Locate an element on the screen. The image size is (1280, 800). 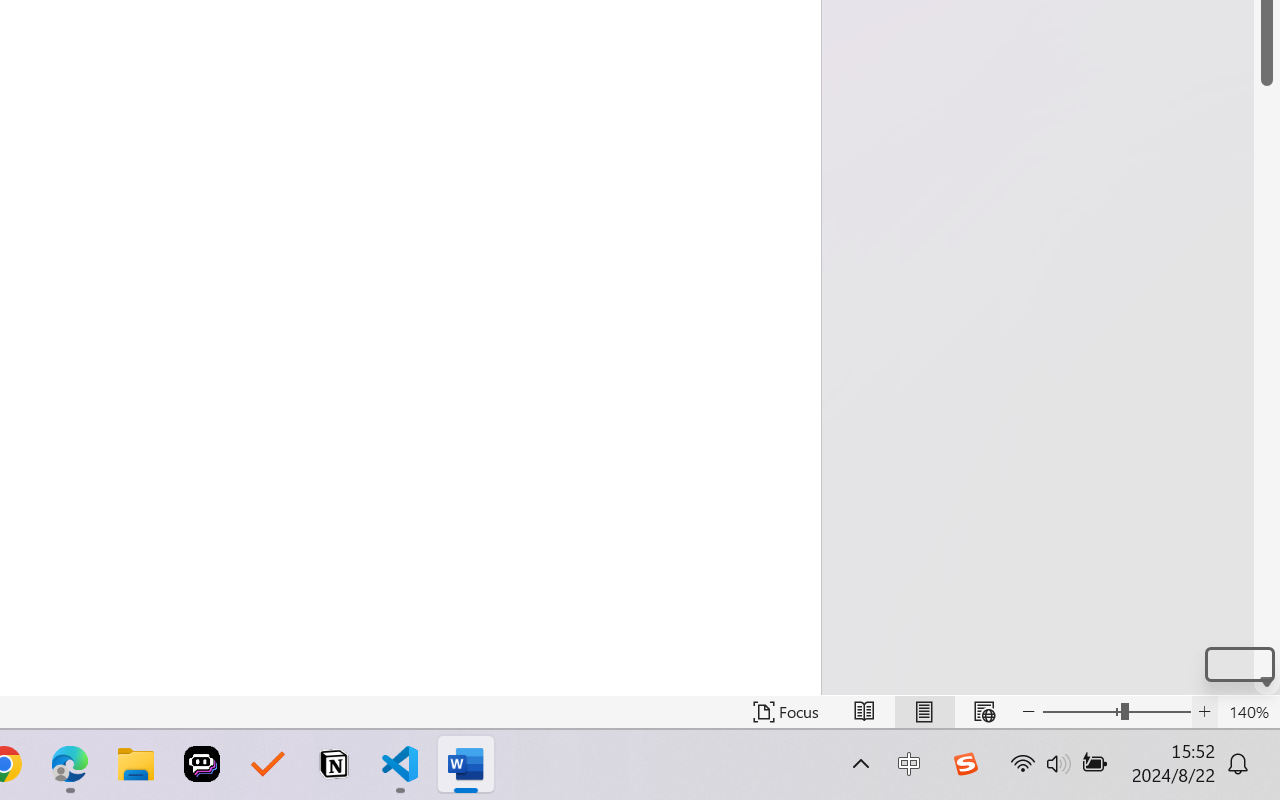
'Print Layout' is located at coordinates (923, 711).